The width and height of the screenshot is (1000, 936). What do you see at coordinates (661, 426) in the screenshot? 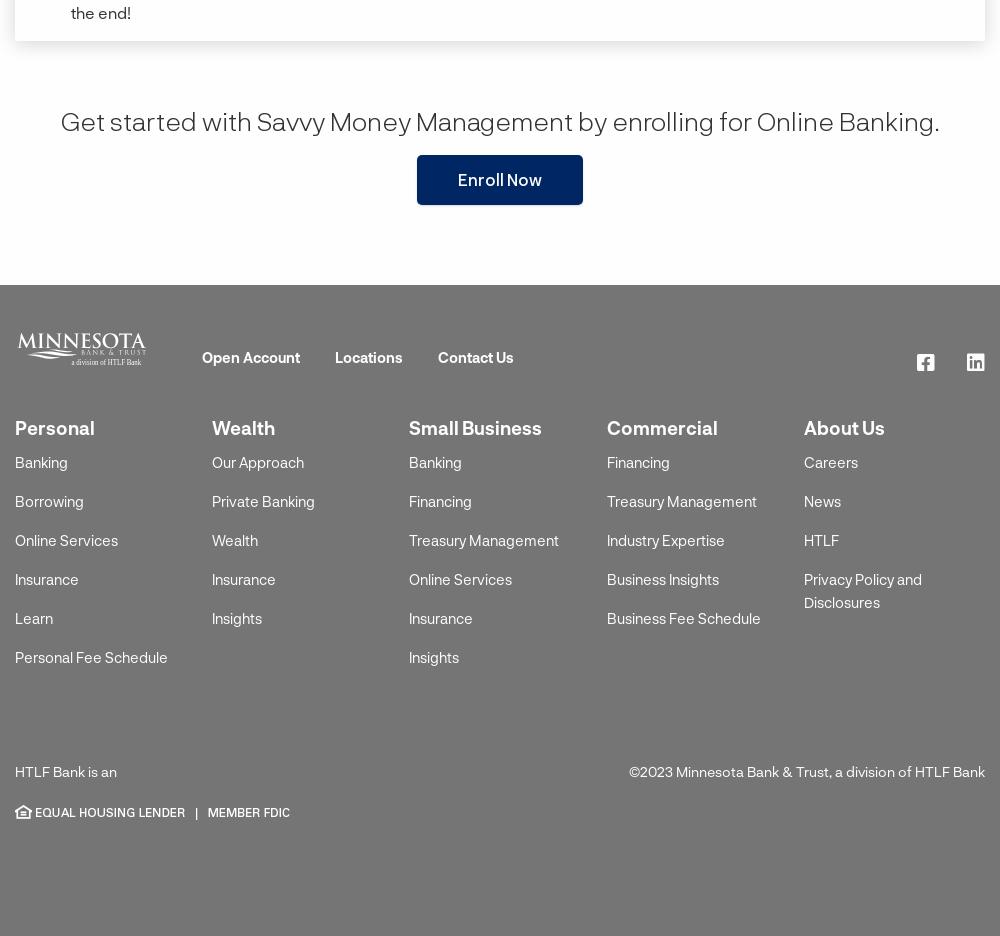
I see `'Commercial'` at bounding box center [661, 426].